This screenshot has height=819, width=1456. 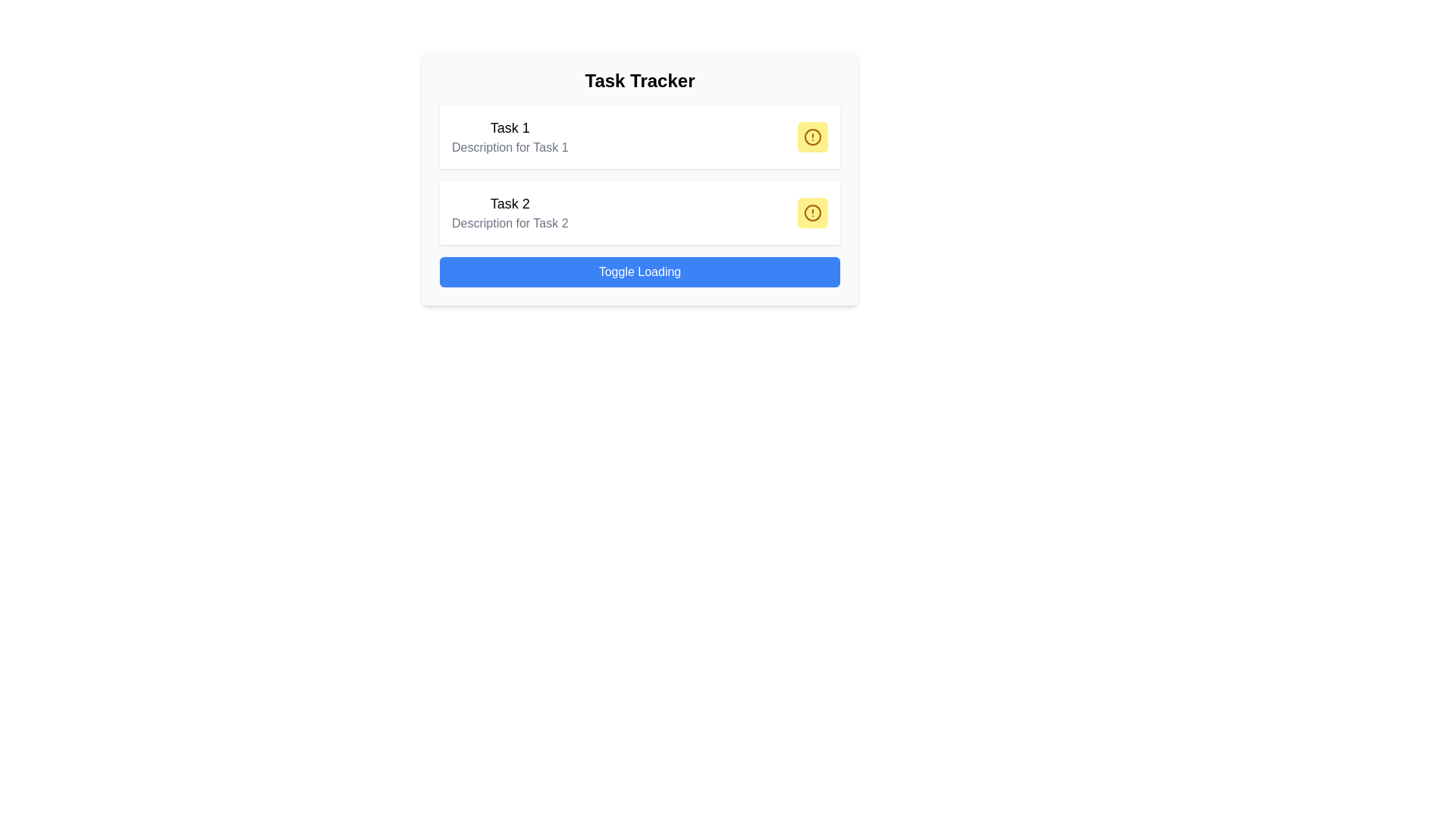 I want to click on the text label stating 'Task 1', which is styled in a large bold font and is positioned at the top of the task card, so click(x=510, y=127).